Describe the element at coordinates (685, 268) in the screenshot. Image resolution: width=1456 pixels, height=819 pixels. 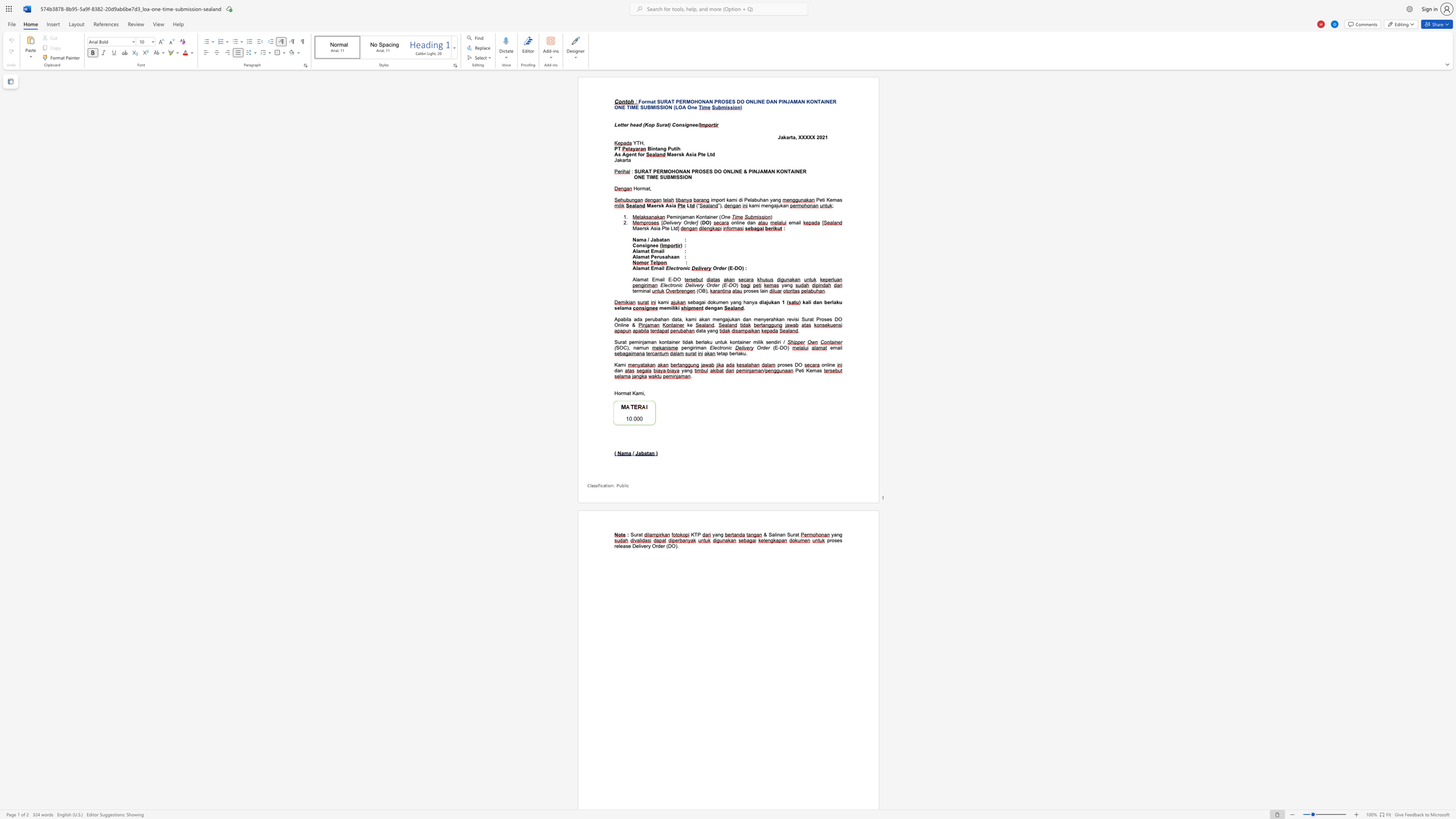
I see `the space between the continuous character "n" and "i" in the text` at that location.